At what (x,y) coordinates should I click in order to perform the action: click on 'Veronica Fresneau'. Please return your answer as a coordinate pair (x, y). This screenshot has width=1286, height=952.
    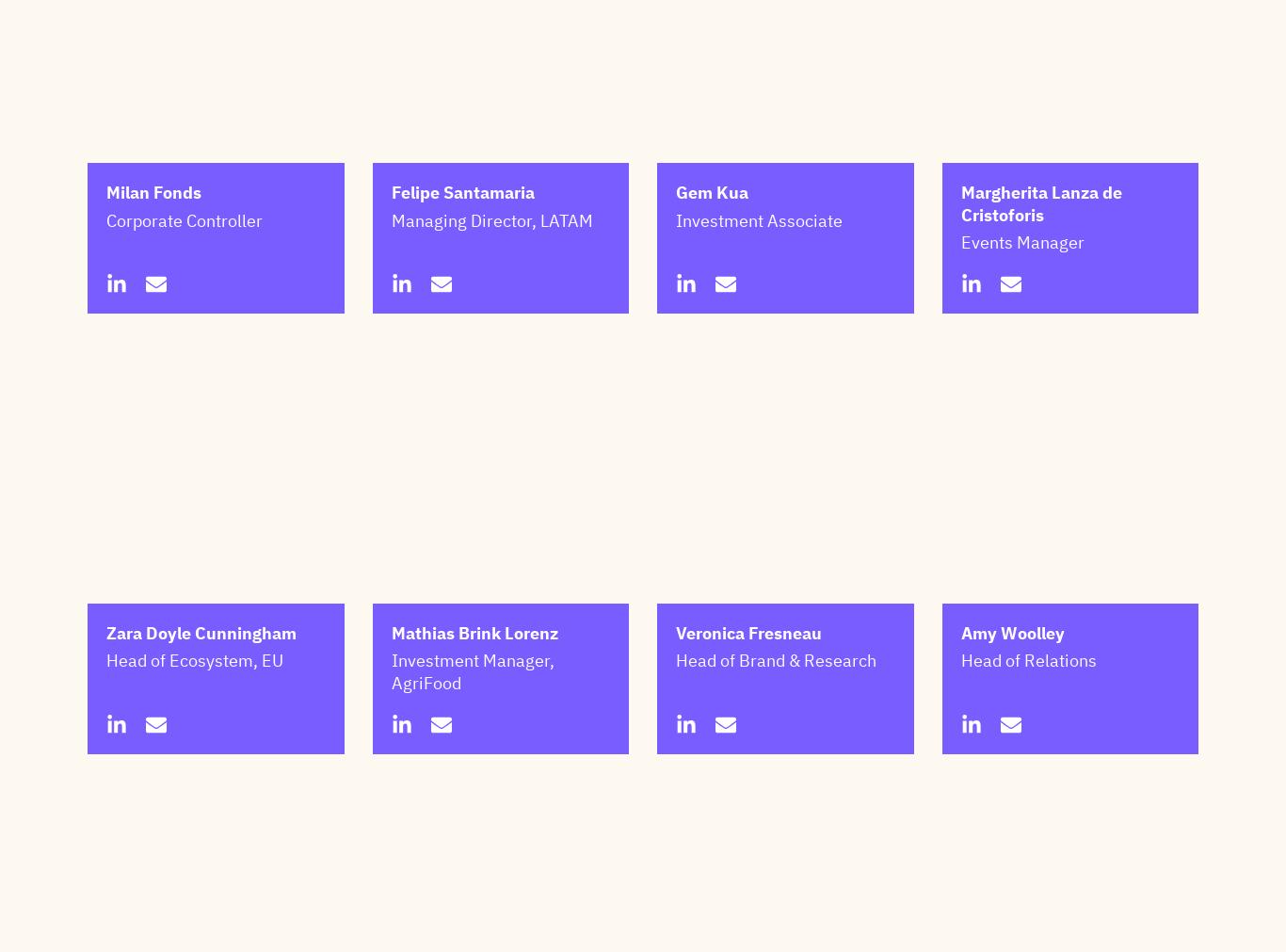
    Looking at the image, I should click on (675, 725).